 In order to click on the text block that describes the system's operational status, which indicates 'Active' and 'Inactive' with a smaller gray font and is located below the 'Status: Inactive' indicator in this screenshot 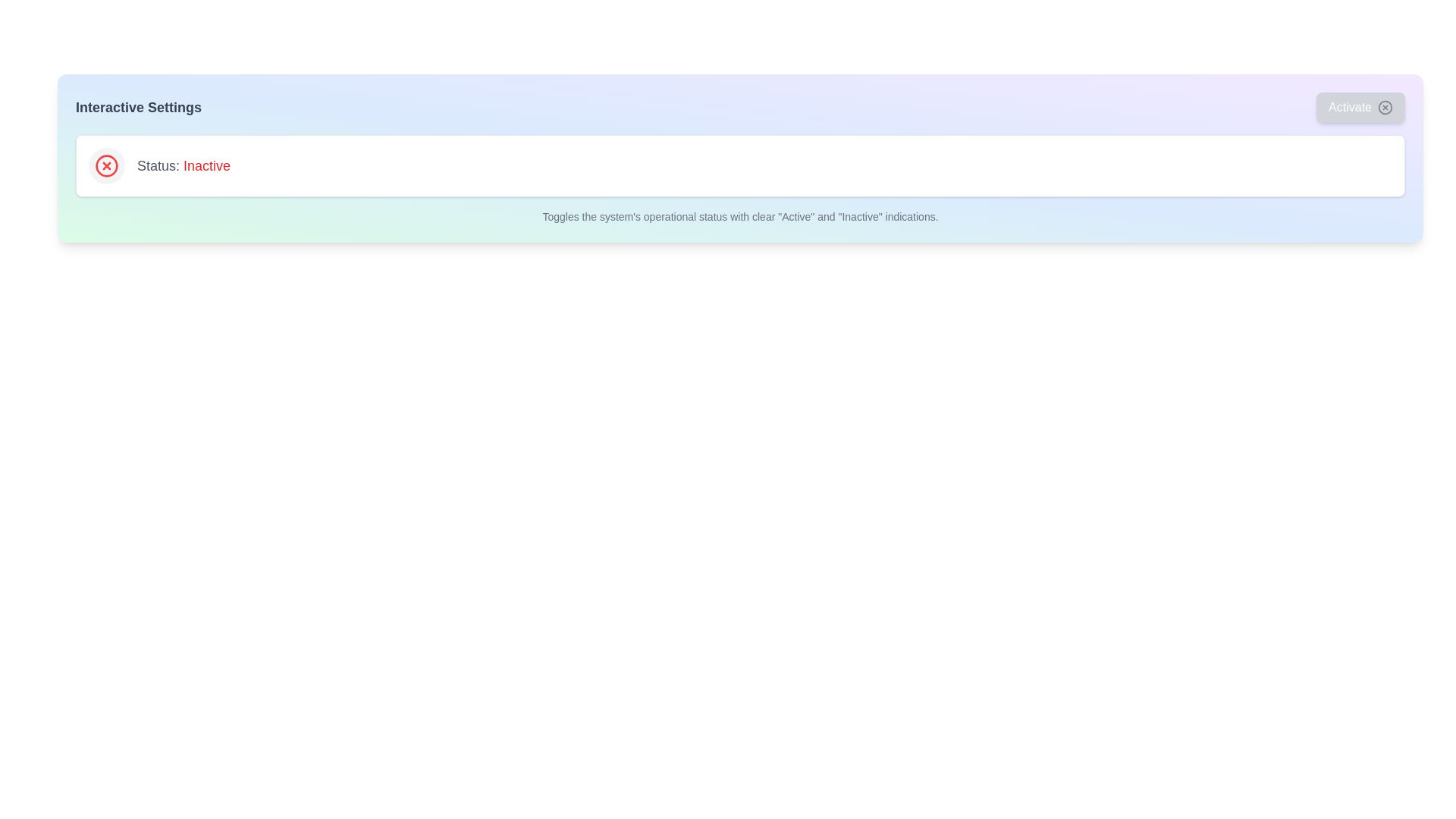, I will do `click(740, 216)`.